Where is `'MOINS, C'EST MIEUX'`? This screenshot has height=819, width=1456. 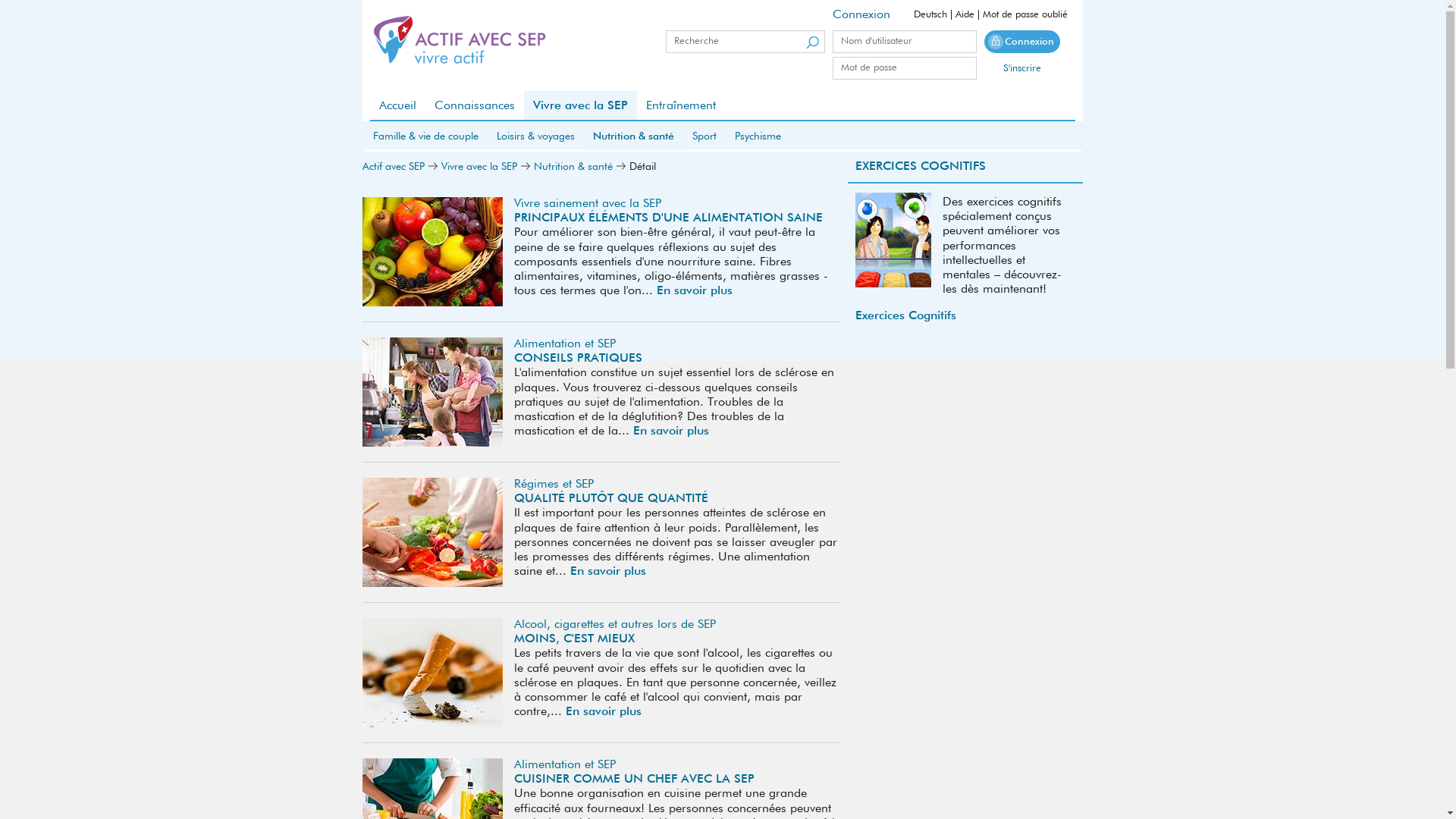
'MOINS, C'EST MIEUX' is located at coordinates (513, 639).